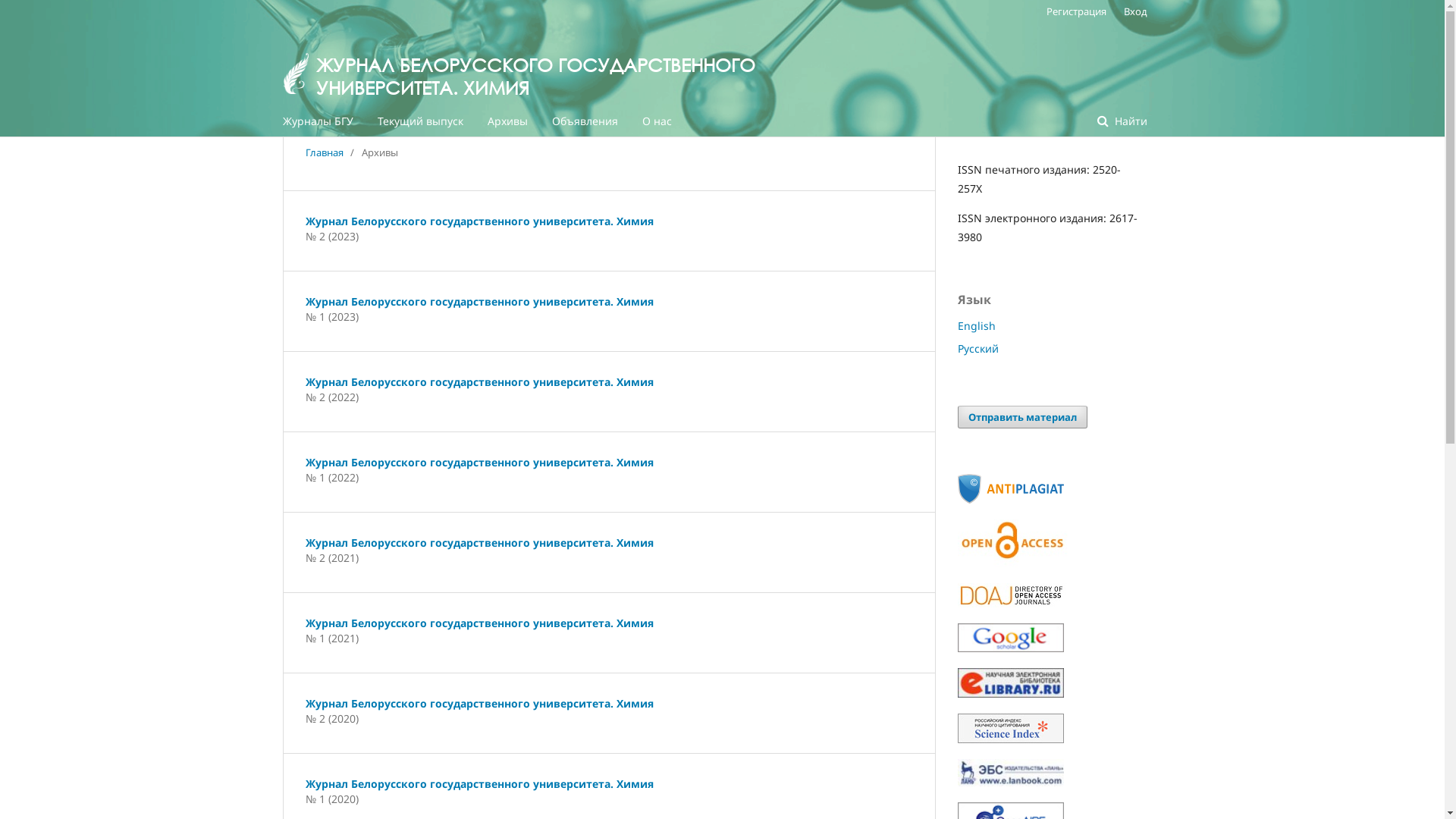 Image resolution: width=1456 pixels, height=819 pixels. Describe the element at coordinates (975, 325) in the screenshot. I see `'English'` at that location.